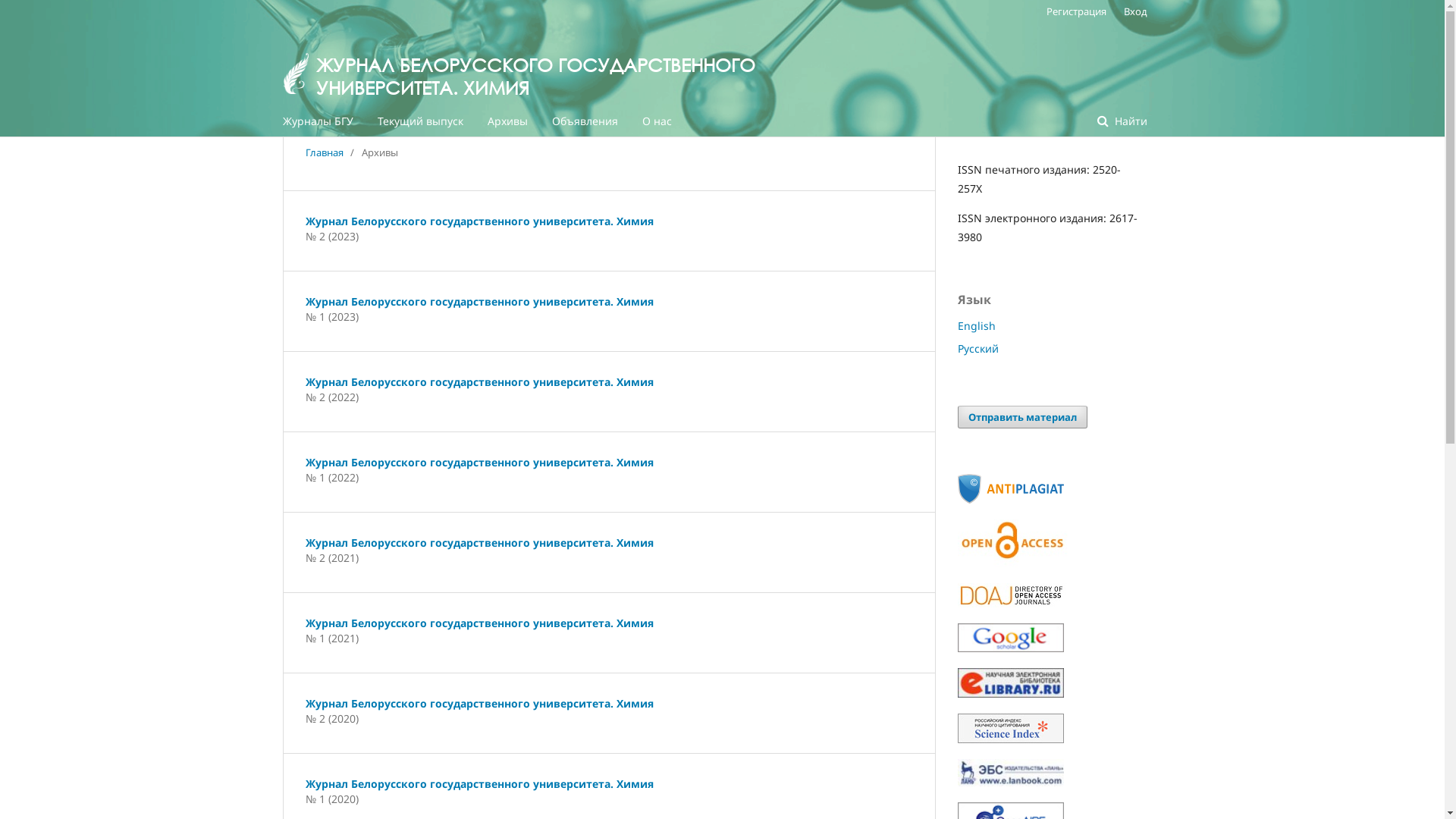 Image resolution: width=1456 pixels, height=819 pixels. Describe the element at coordinates (975, 325) in the screenshot. I see `'English'` at that location.